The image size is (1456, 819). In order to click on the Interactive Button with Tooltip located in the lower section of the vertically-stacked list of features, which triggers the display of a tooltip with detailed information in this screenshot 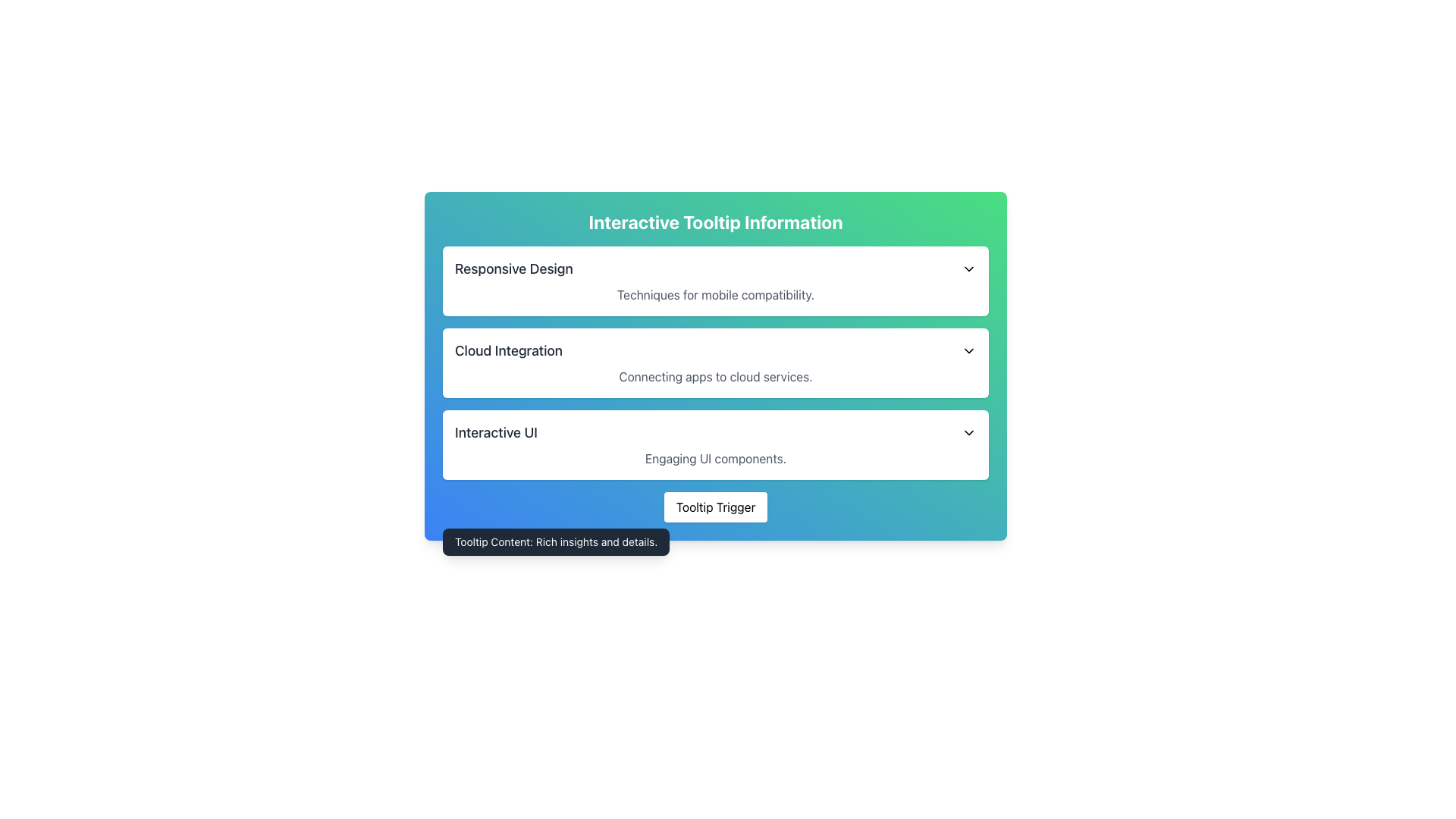, I will do `click(715, 507)`.